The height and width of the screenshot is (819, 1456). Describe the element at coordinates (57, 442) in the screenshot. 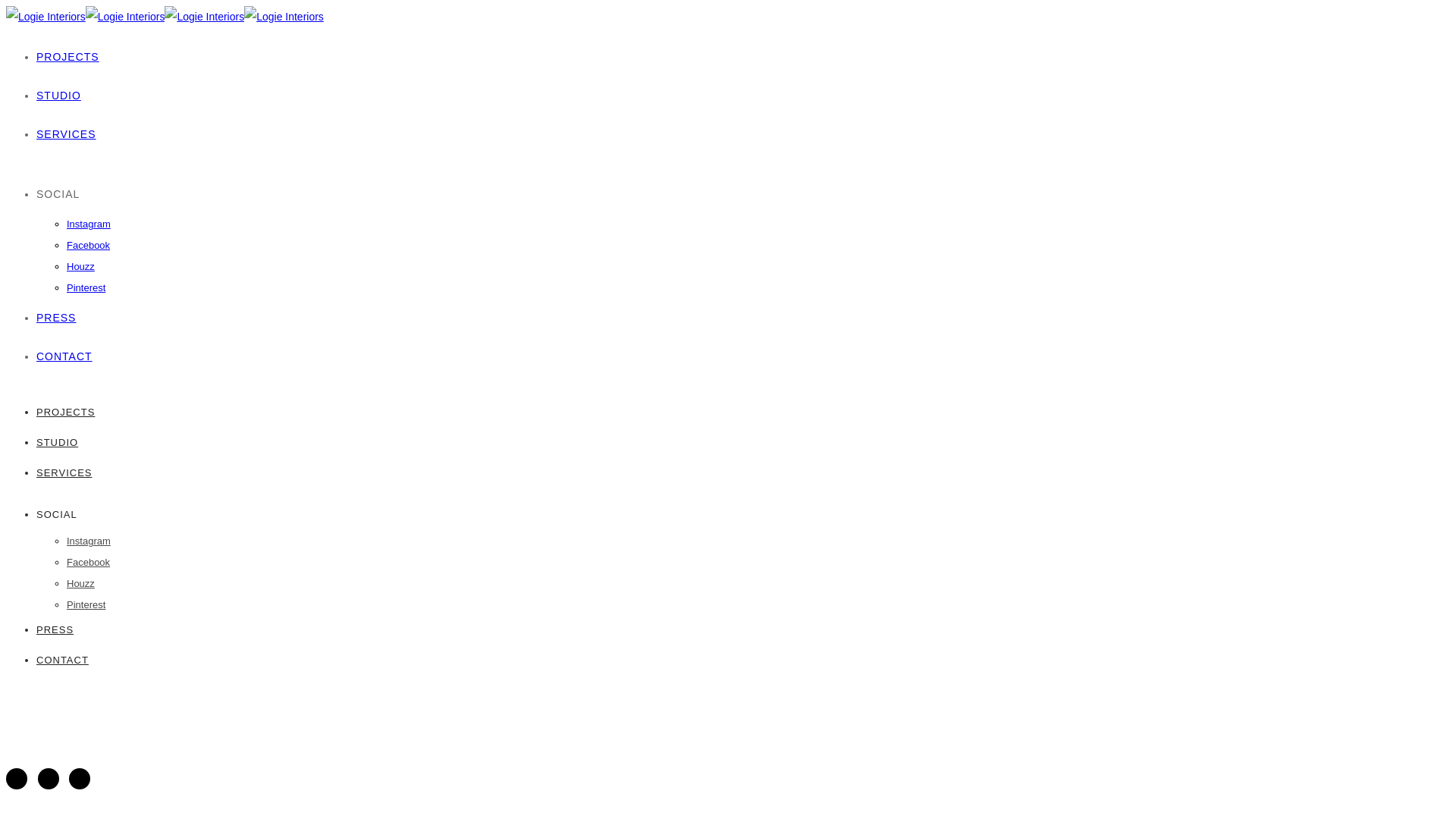

I see `'STUDIO'` at that location.